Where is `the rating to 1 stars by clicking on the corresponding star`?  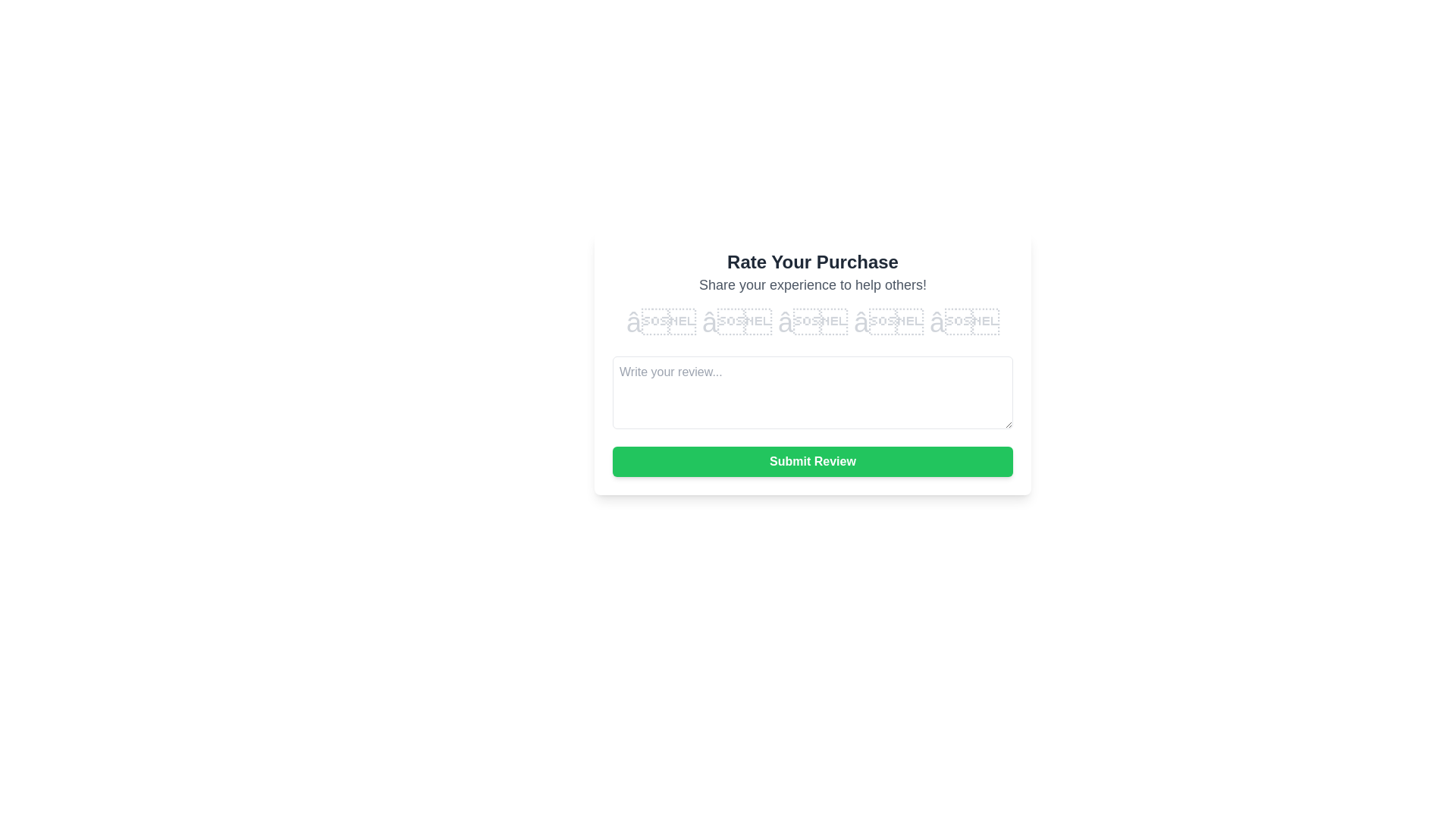
the rating to 1 stars by clicking on the corresponding star is located at coordinates (661, 322).